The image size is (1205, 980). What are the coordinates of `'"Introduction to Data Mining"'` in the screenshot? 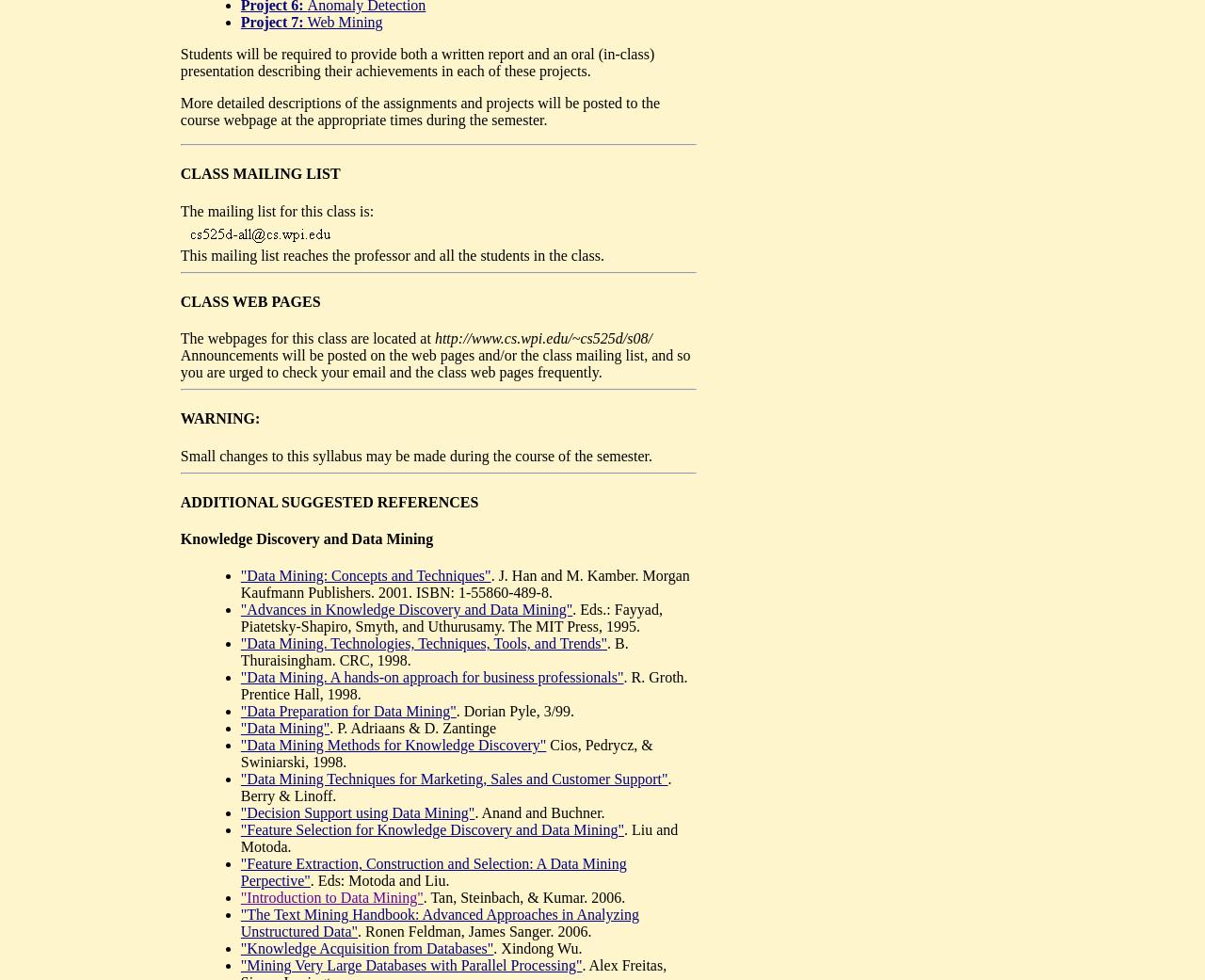 It's located at (331, 897).